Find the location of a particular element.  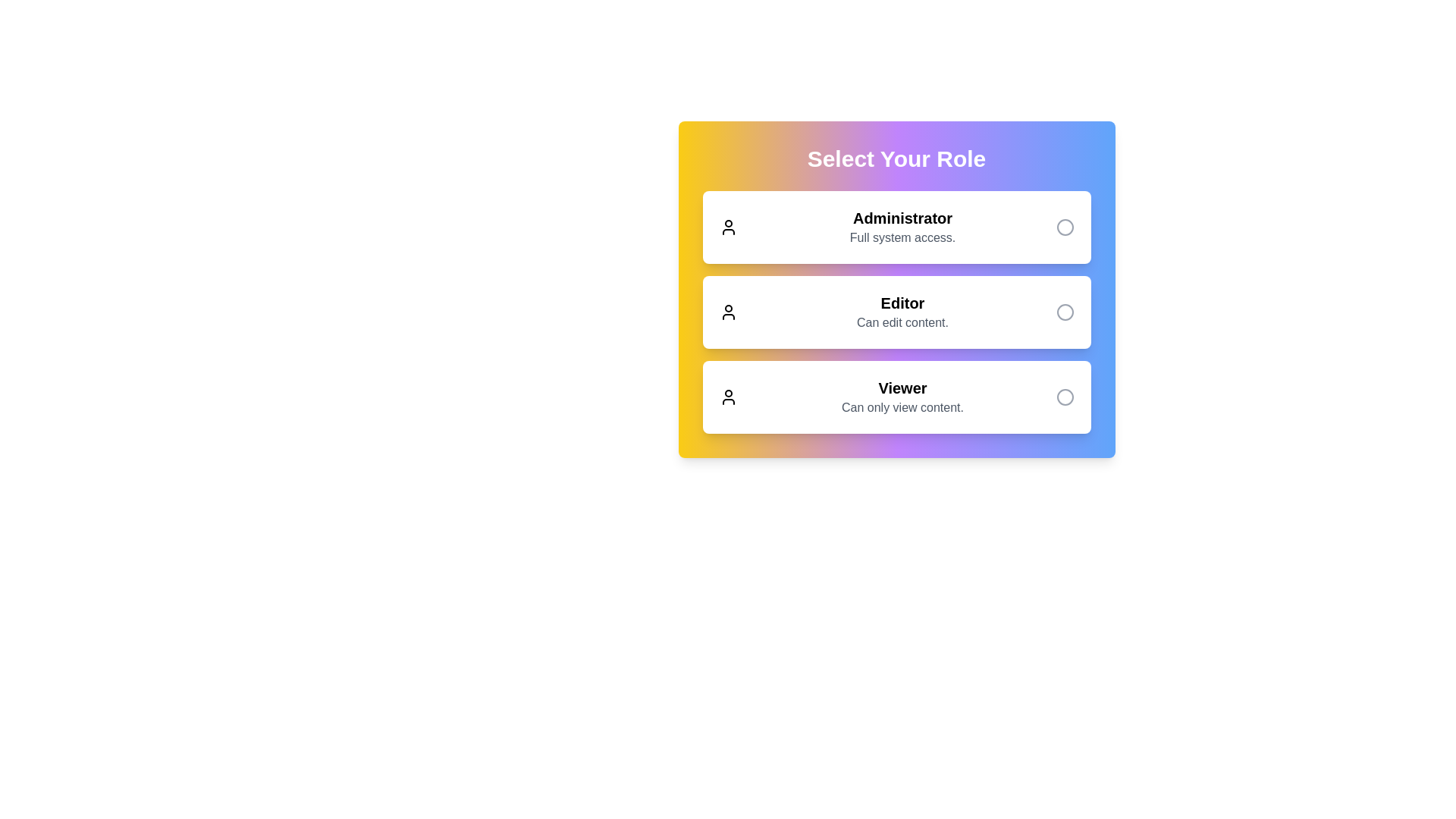

the user icon representing the 'Viewer' role, which is positioned to the left of the descriptive text for this role card in the vertical list of role cards is located at coordinates (728, 397).